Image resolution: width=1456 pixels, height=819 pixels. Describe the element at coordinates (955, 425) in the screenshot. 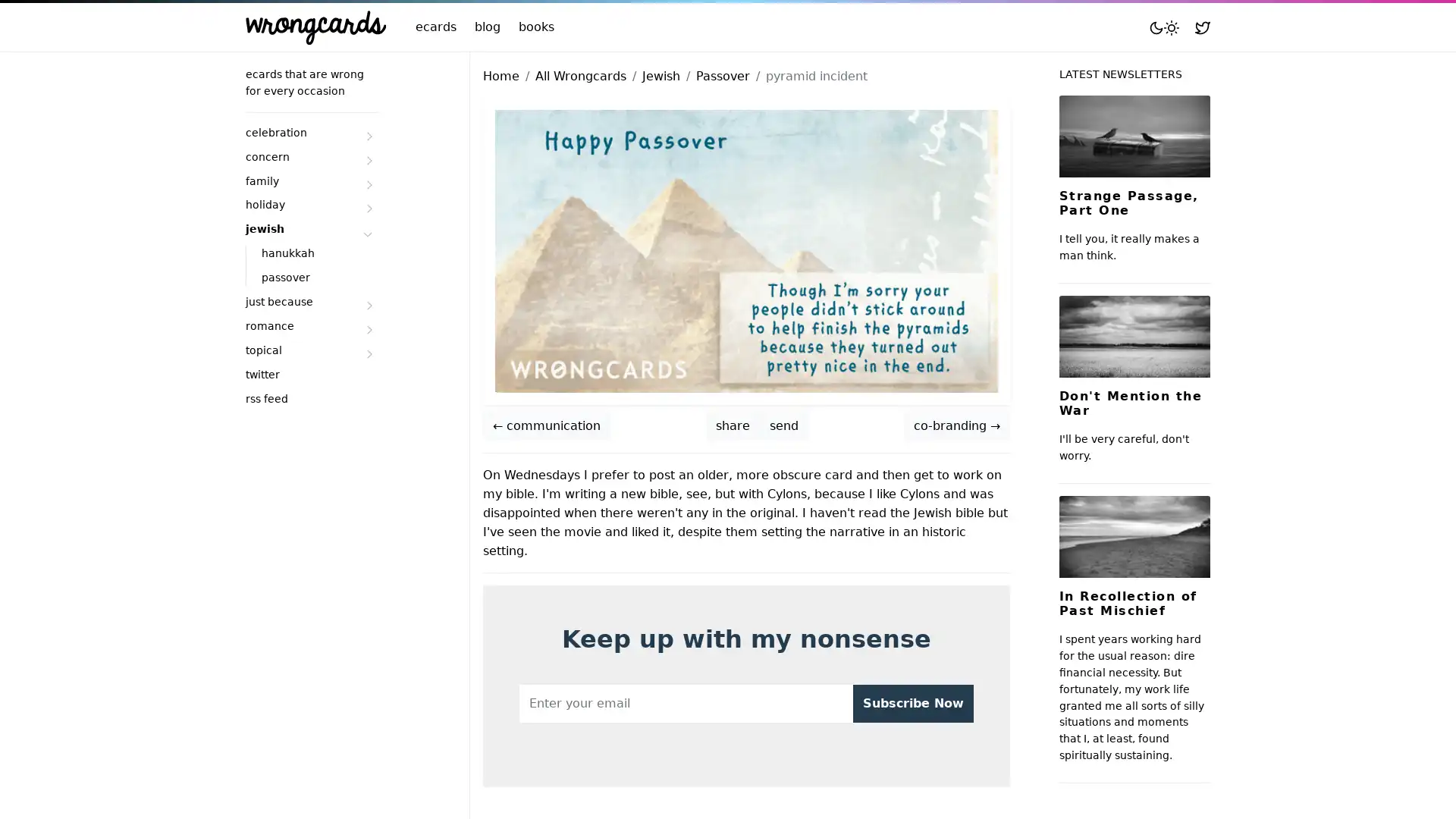

I see `co-branding` at that location.